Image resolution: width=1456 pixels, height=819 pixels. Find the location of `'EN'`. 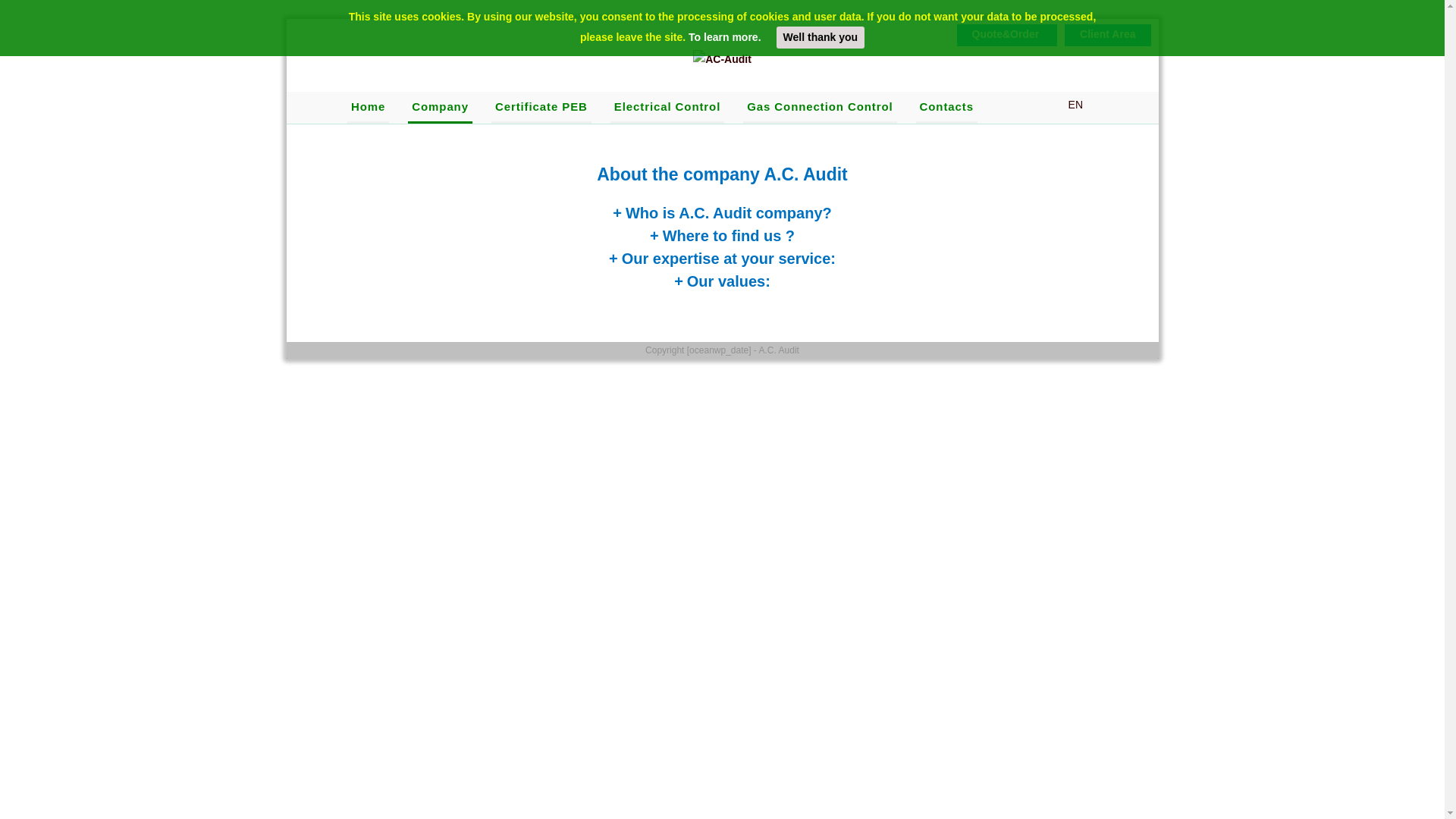

'EN' is located at coordinates (1066, 104).